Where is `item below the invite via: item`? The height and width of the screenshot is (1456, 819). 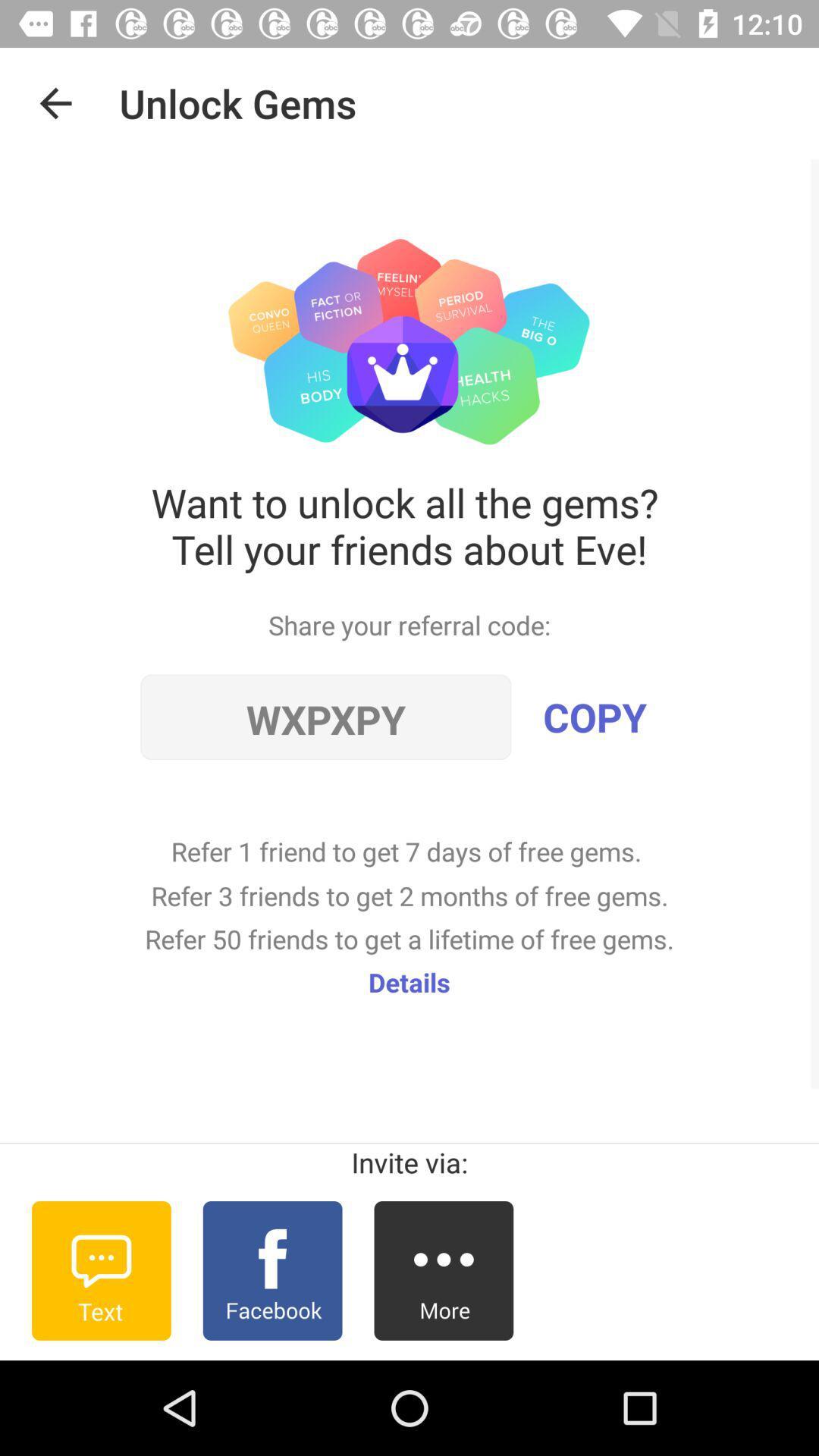 item below the invite via: item is located at coordinates (101, 1270).